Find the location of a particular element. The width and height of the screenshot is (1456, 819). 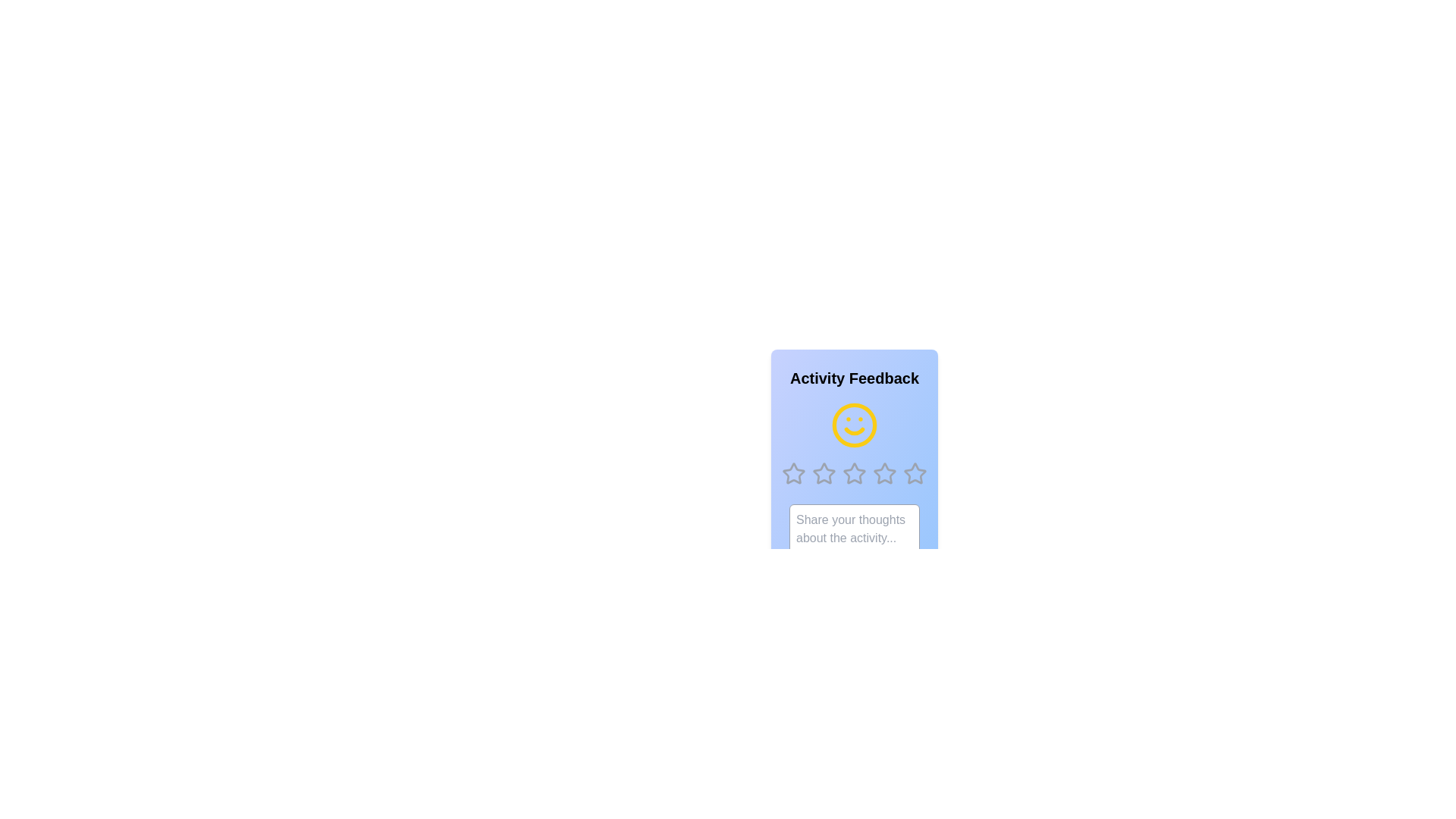

the fifth star icon in the horizontal row of five rating stars is located at coordinates (914, 472).